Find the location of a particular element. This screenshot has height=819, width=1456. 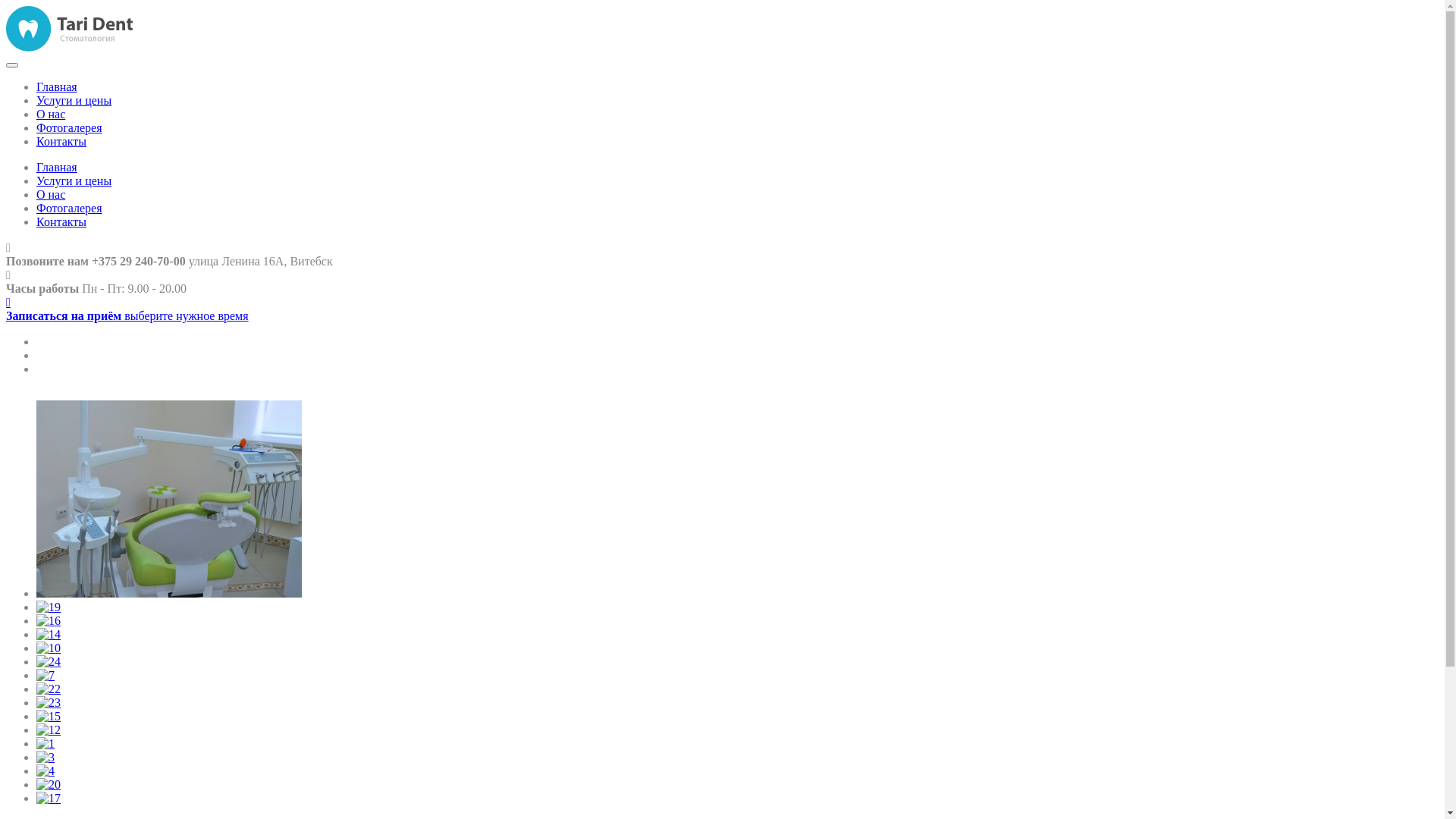

'1' is located at coordinates (36, 742).